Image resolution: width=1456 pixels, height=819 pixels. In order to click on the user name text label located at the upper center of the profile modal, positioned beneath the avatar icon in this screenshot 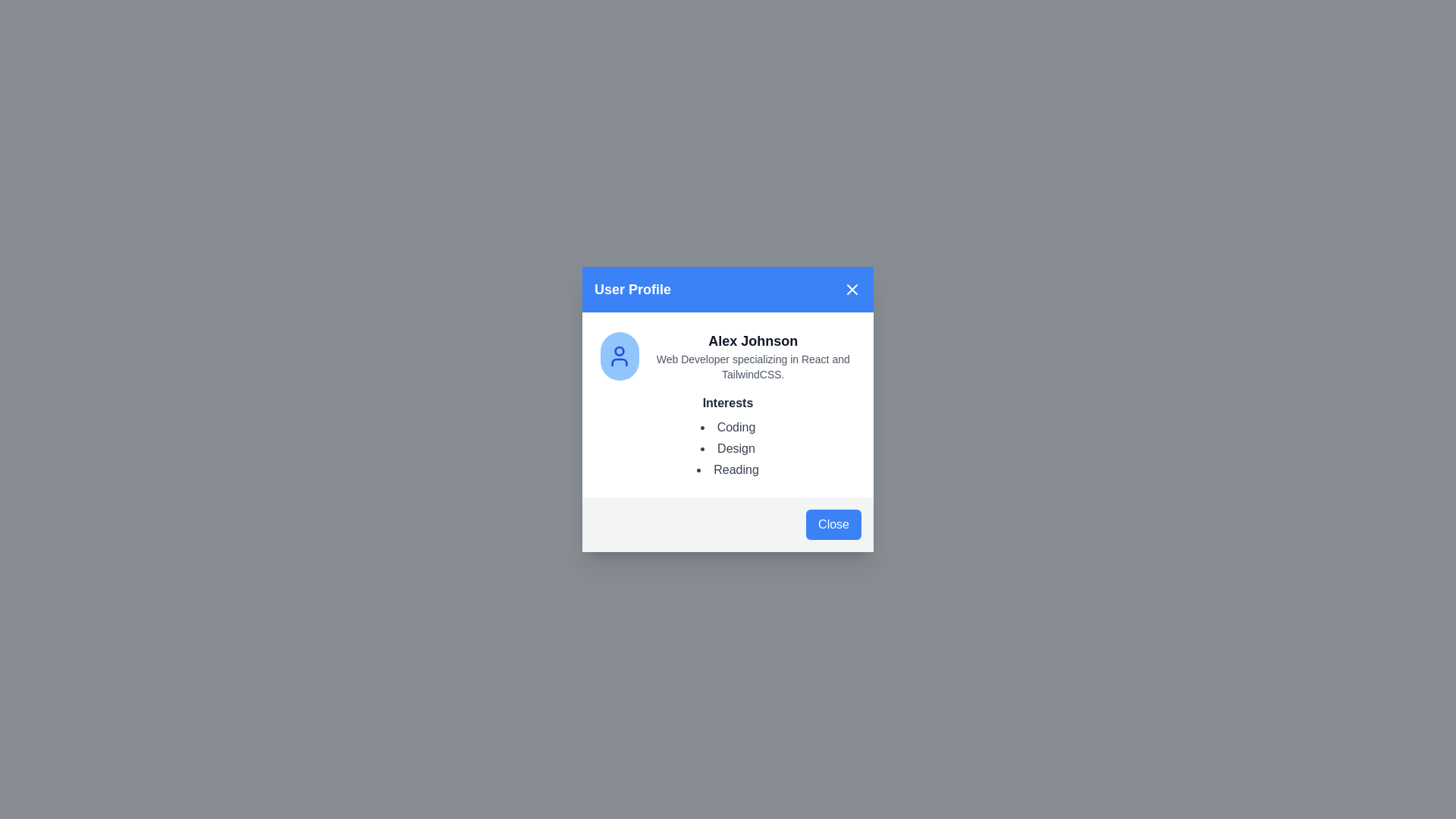, I will do `click(753, 341)`.